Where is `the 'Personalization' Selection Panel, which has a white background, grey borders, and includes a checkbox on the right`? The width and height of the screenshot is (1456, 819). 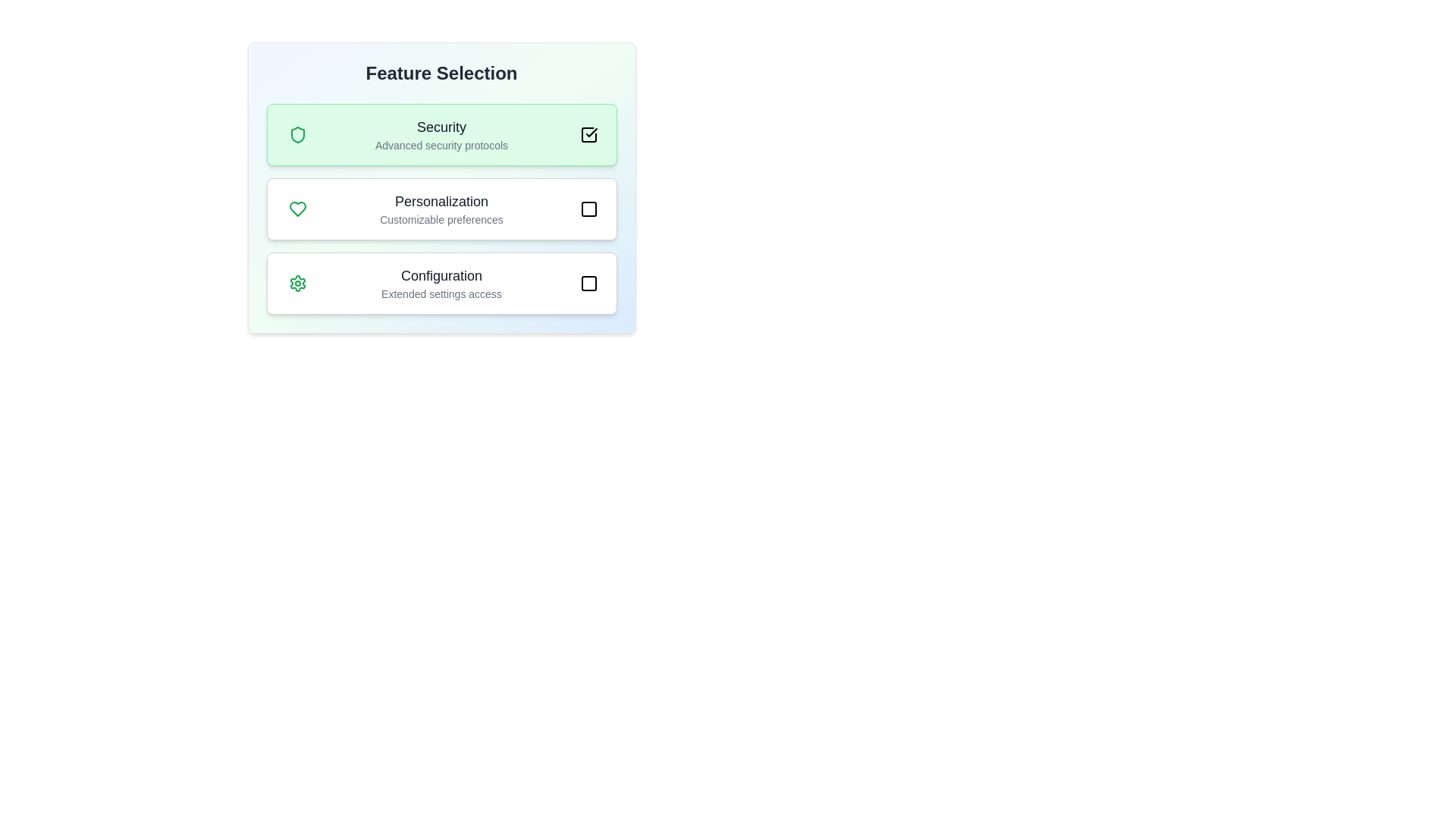
the 'Personalization' Selection Panel, which has a white background, grey borders, and includes a checkbox on the right is located at coordinates (441, 209).